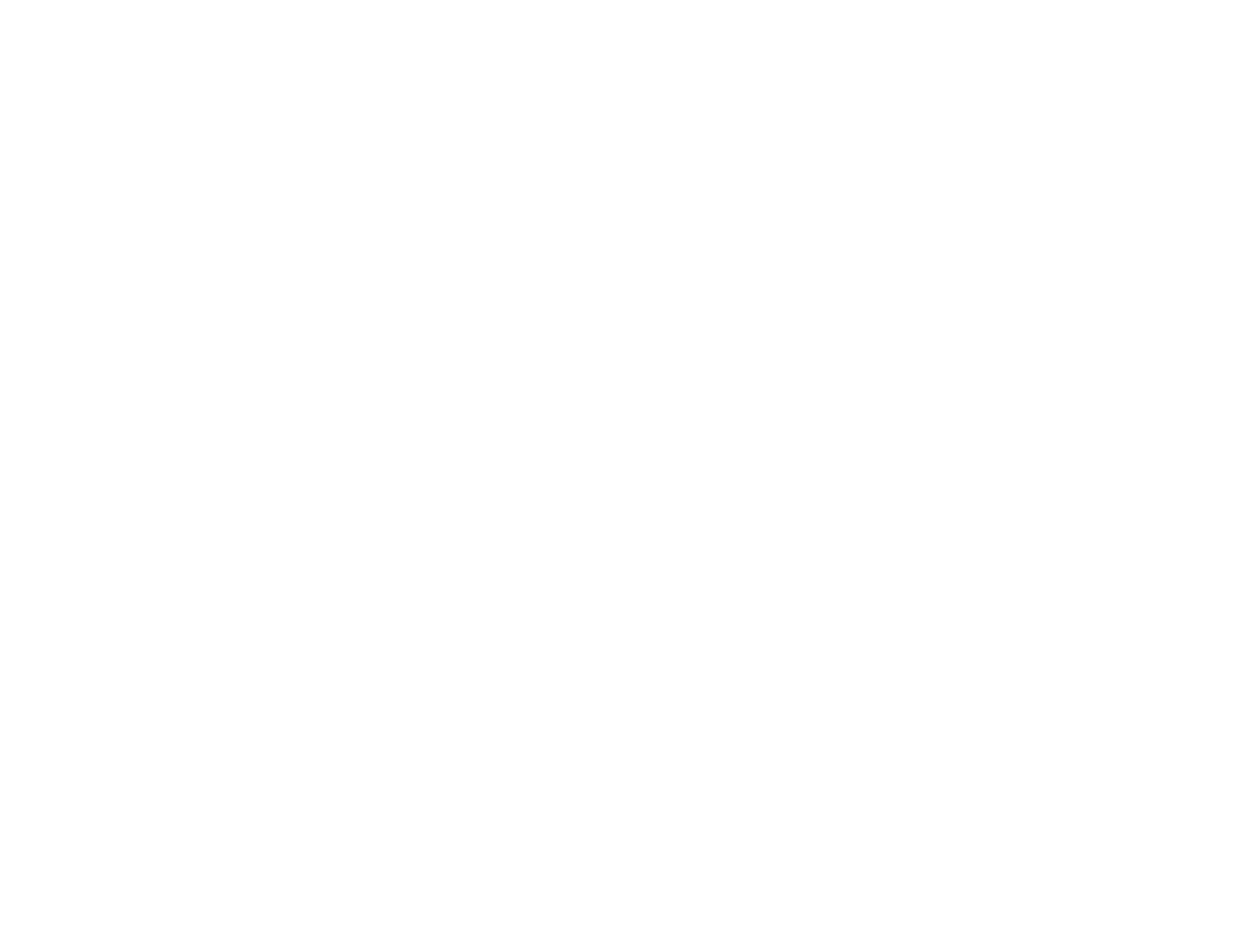  What do you see at coordinates (1131, 50) in the screenshot?
I see `'remove'` at bounding box center [1131, 50].